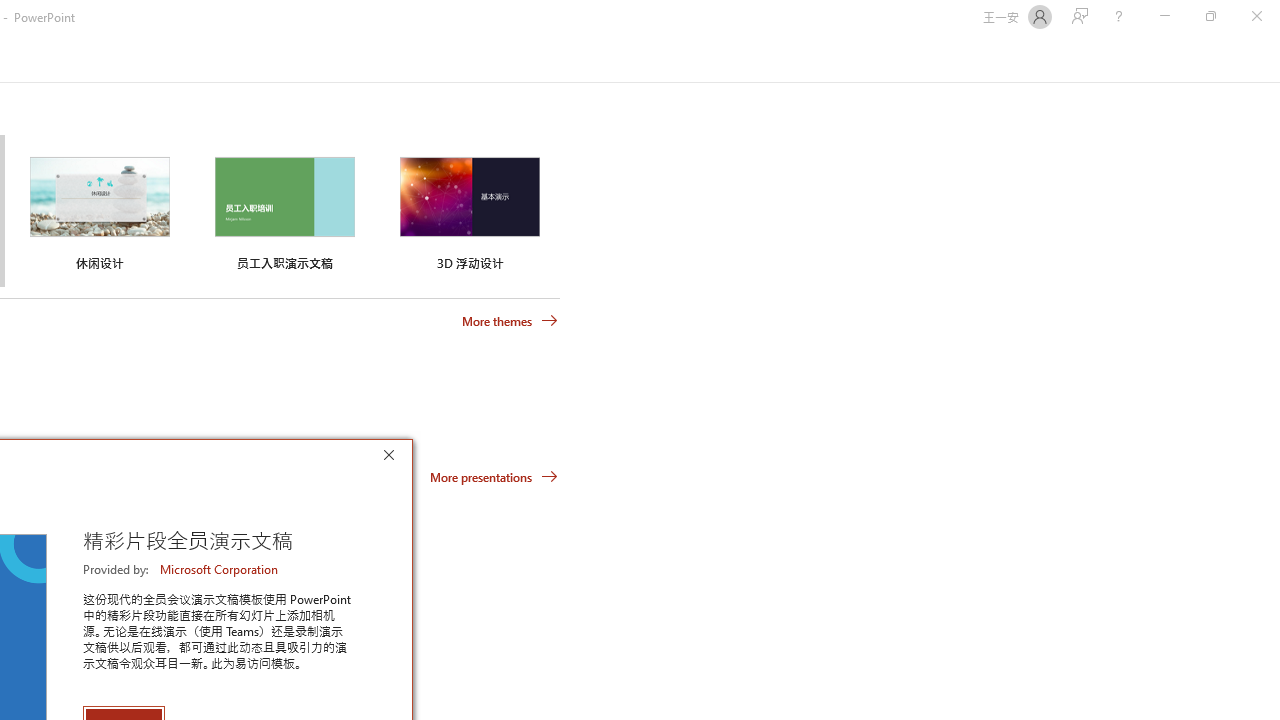 Image resolution: width=1280 pixels, height=720 pixels. What do you see at coordinates (494, 477) in the screenshot?
I see `'More presentations'` at bounding box center [494, 477].